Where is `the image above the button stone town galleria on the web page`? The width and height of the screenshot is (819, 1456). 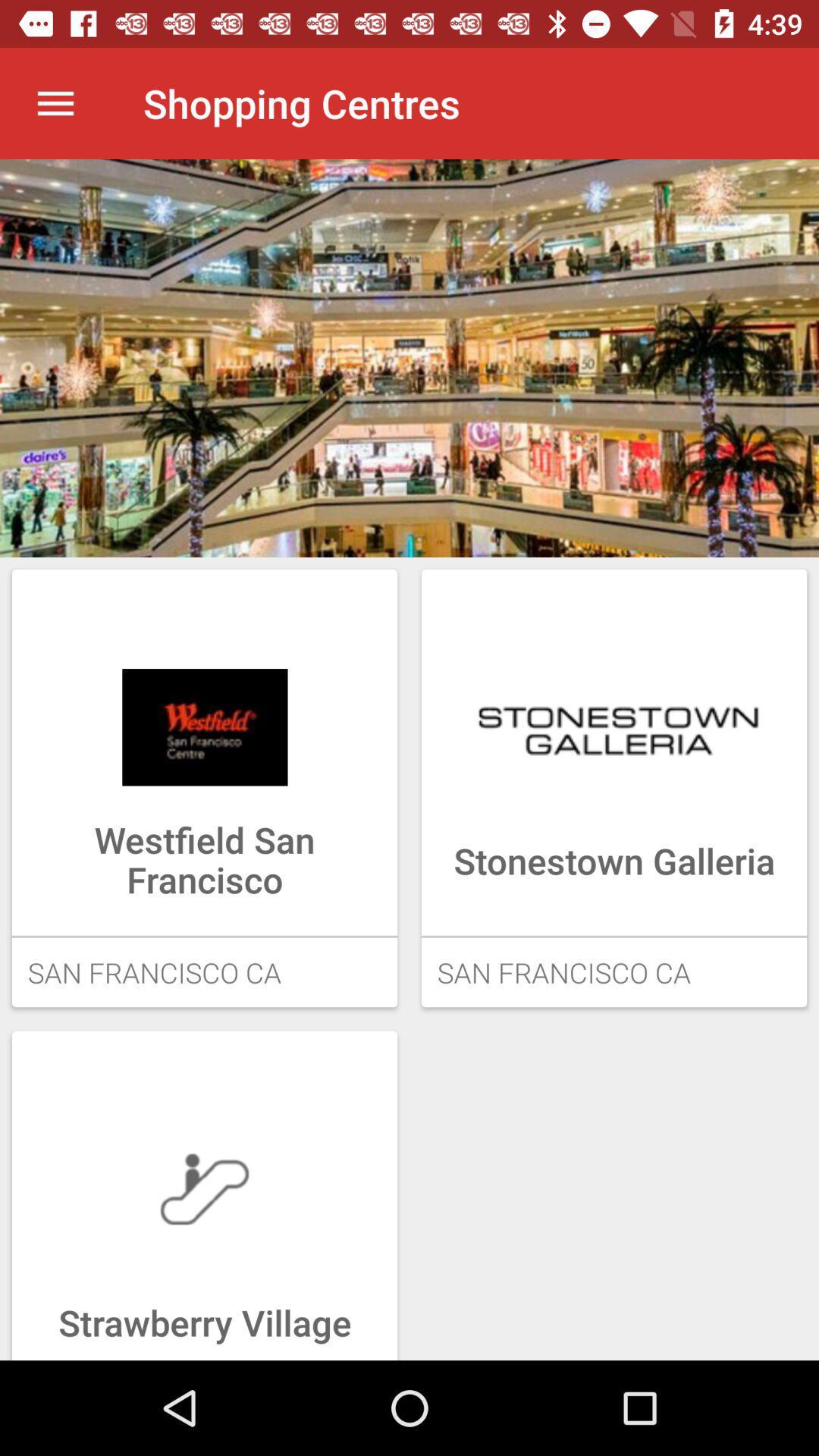 the image above the button stone town galleria on the web page is located at coordinates (614, 726).